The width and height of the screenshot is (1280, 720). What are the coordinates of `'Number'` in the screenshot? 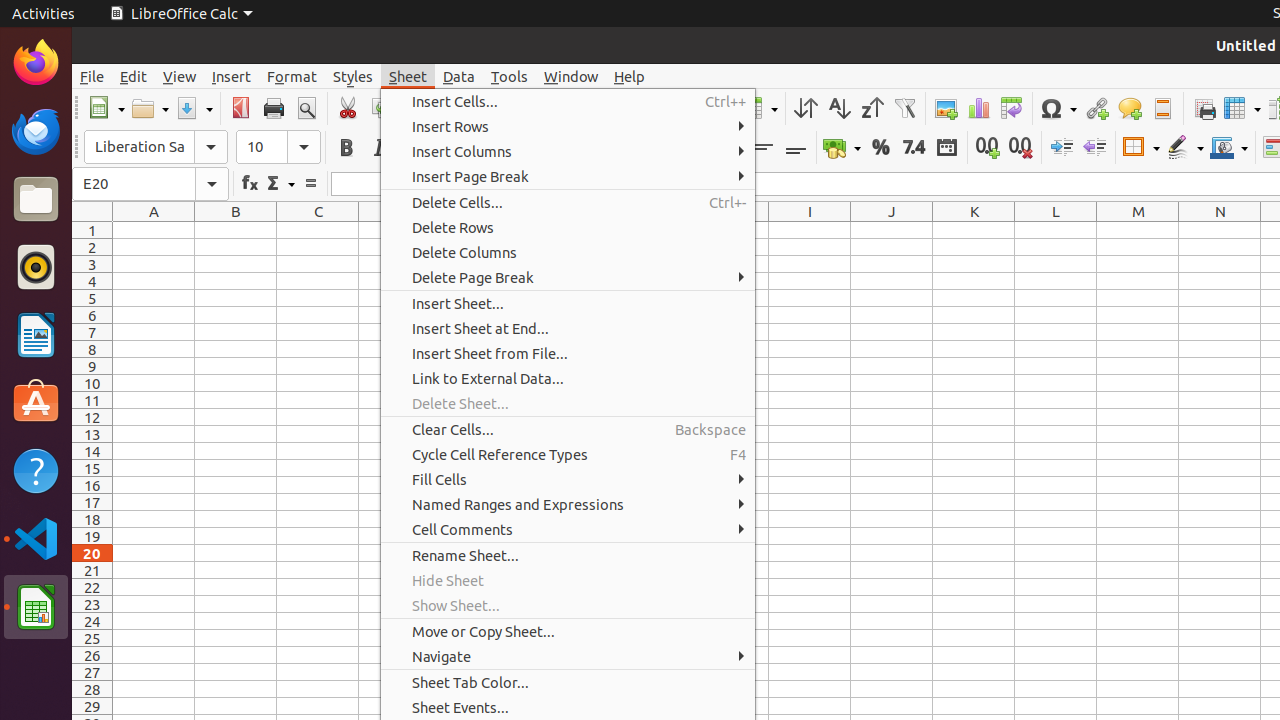 It's located at (912, 146).